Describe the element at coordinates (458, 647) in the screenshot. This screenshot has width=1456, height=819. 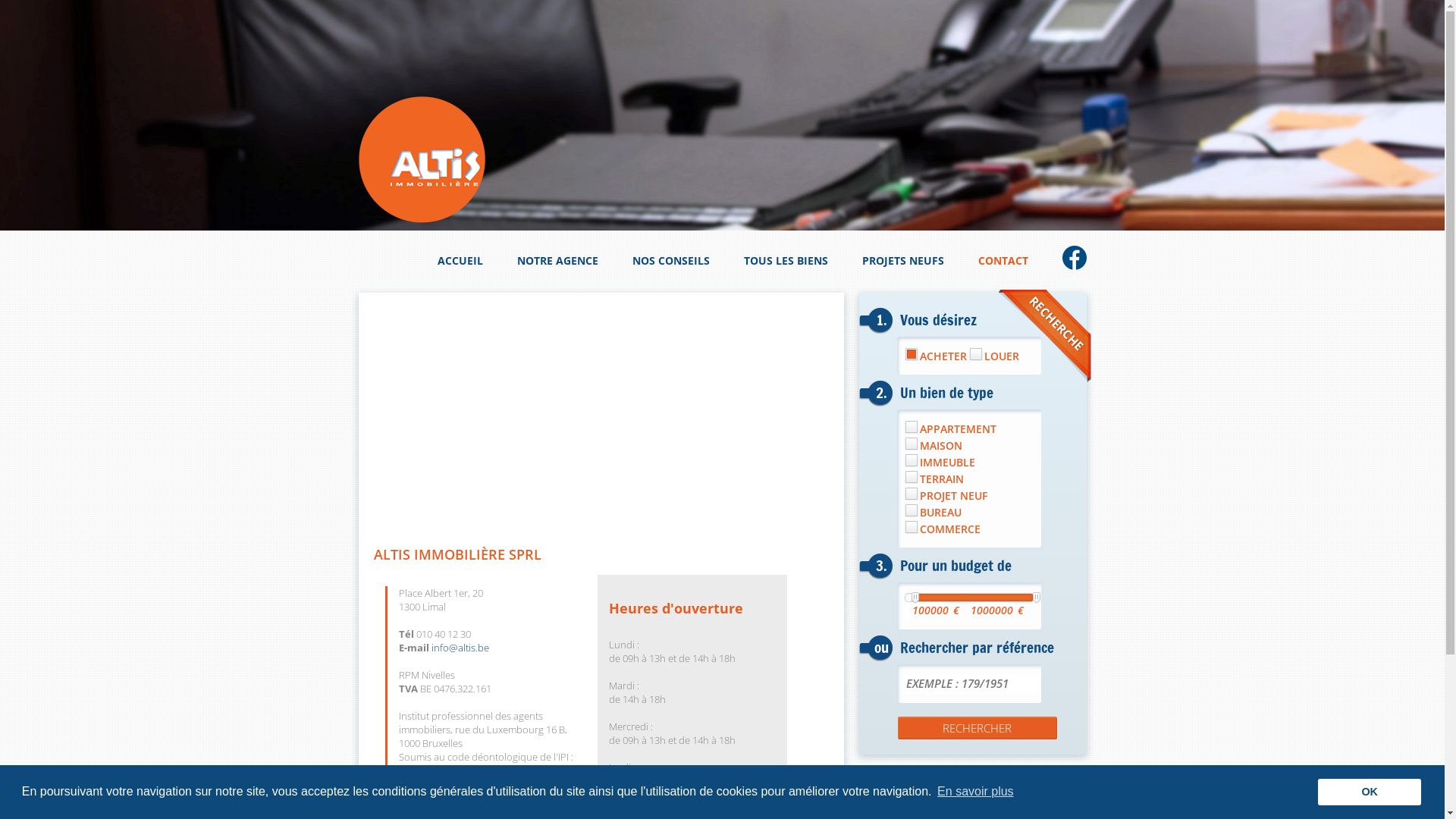
I see `'info@altis.be'` at that location.